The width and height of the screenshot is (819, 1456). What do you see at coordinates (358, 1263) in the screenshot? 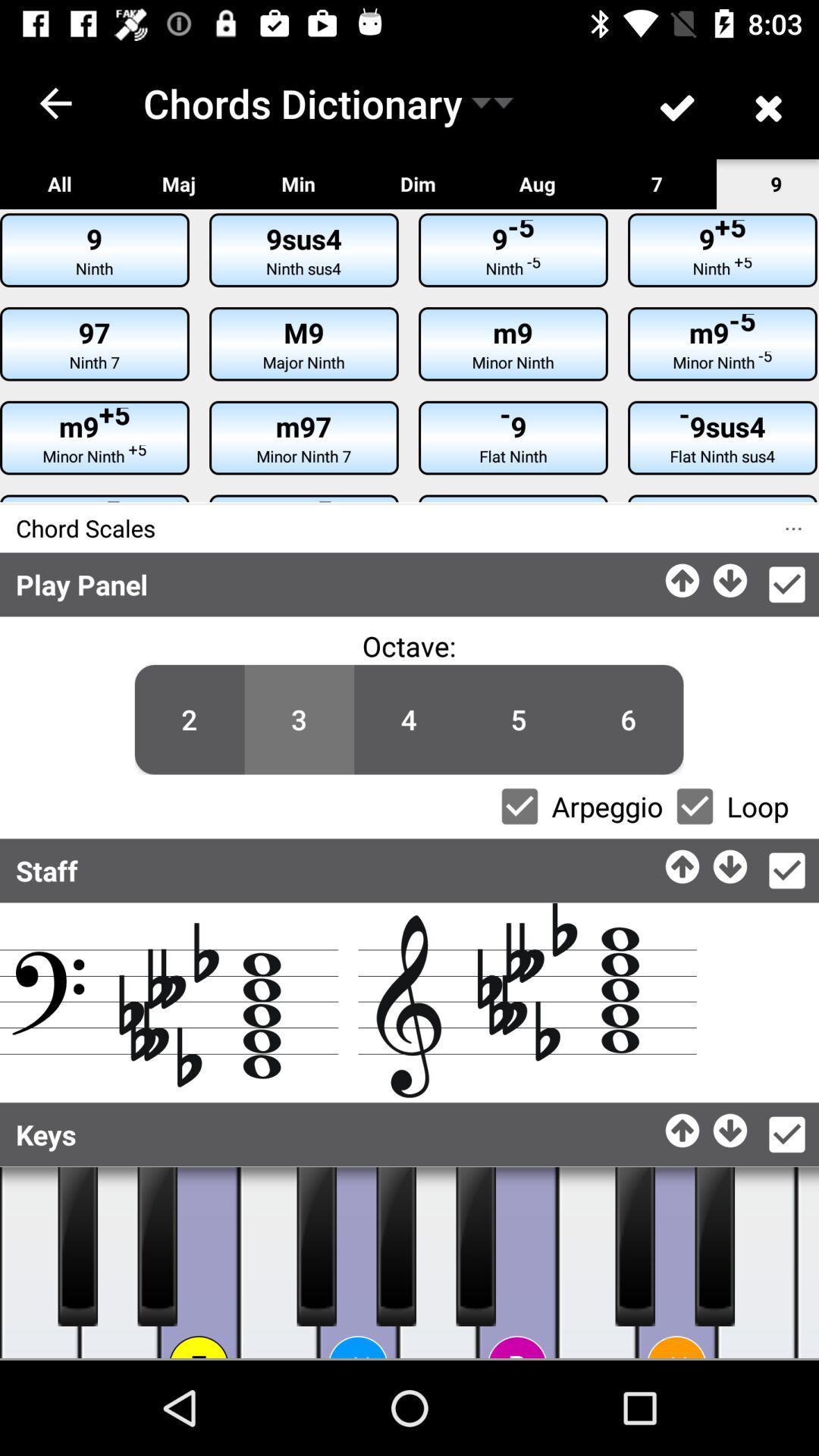
I see `keyboard` at bounding box center [358, 1263].